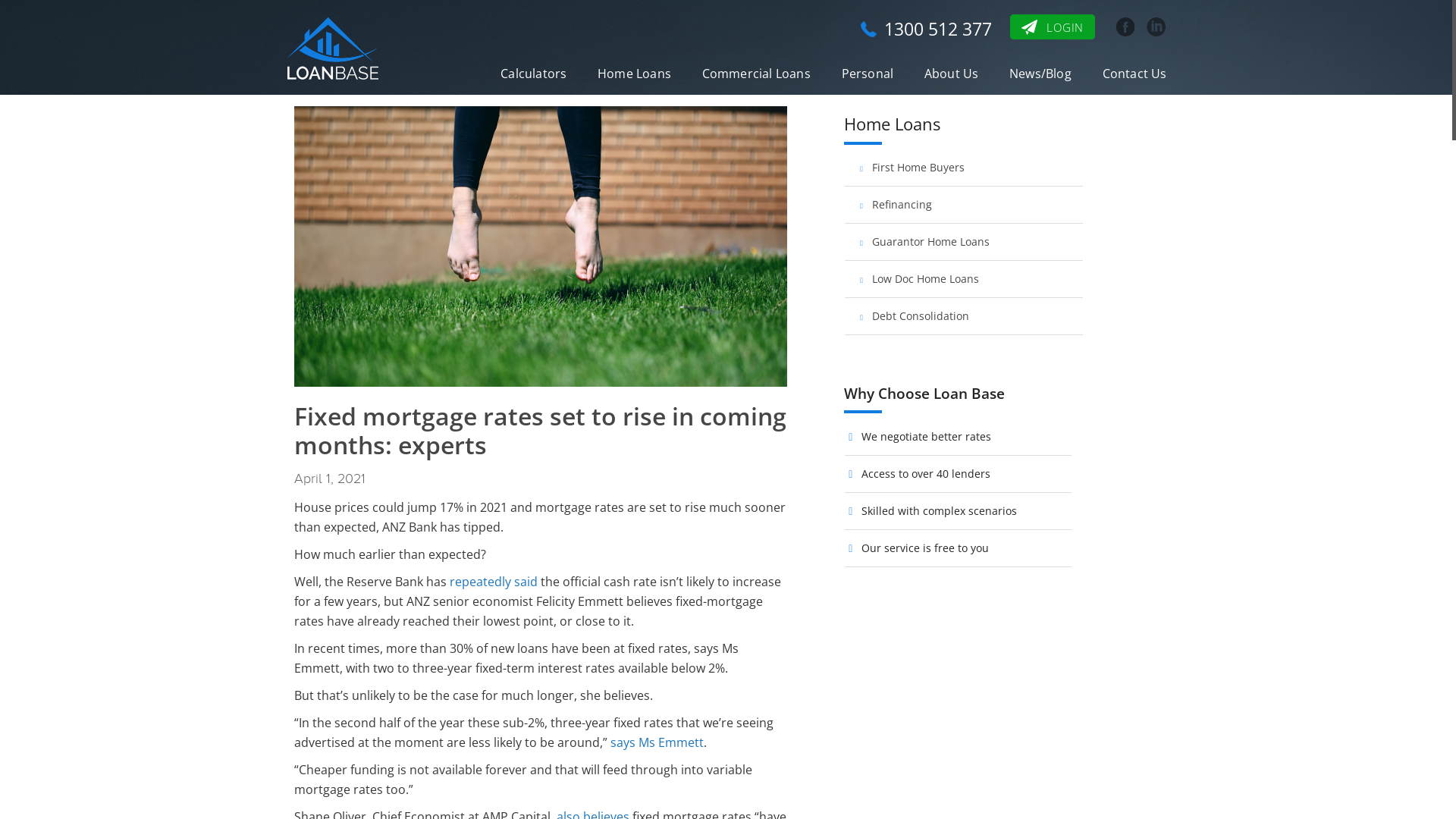  I want to click on 'repeatedly said', so click(492, 581).